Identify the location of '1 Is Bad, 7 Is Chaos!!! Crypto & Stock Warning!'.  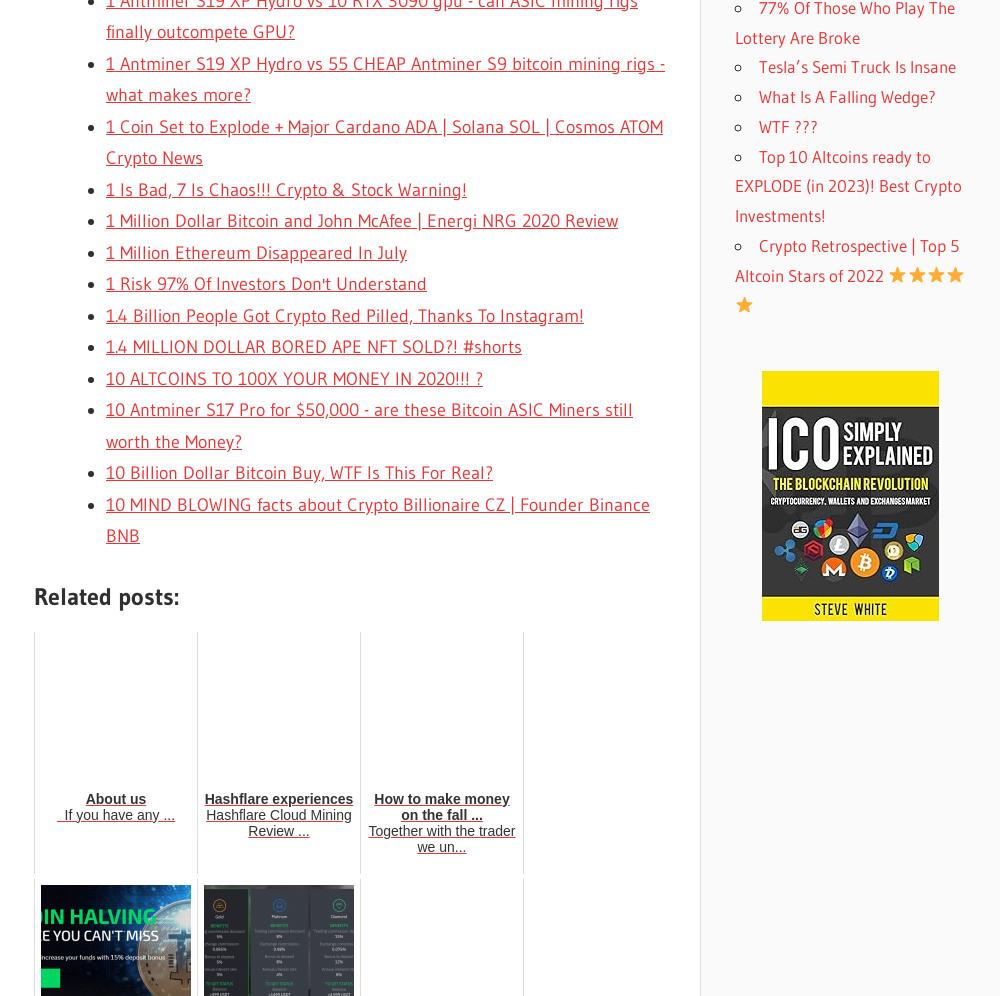
(286, 189).